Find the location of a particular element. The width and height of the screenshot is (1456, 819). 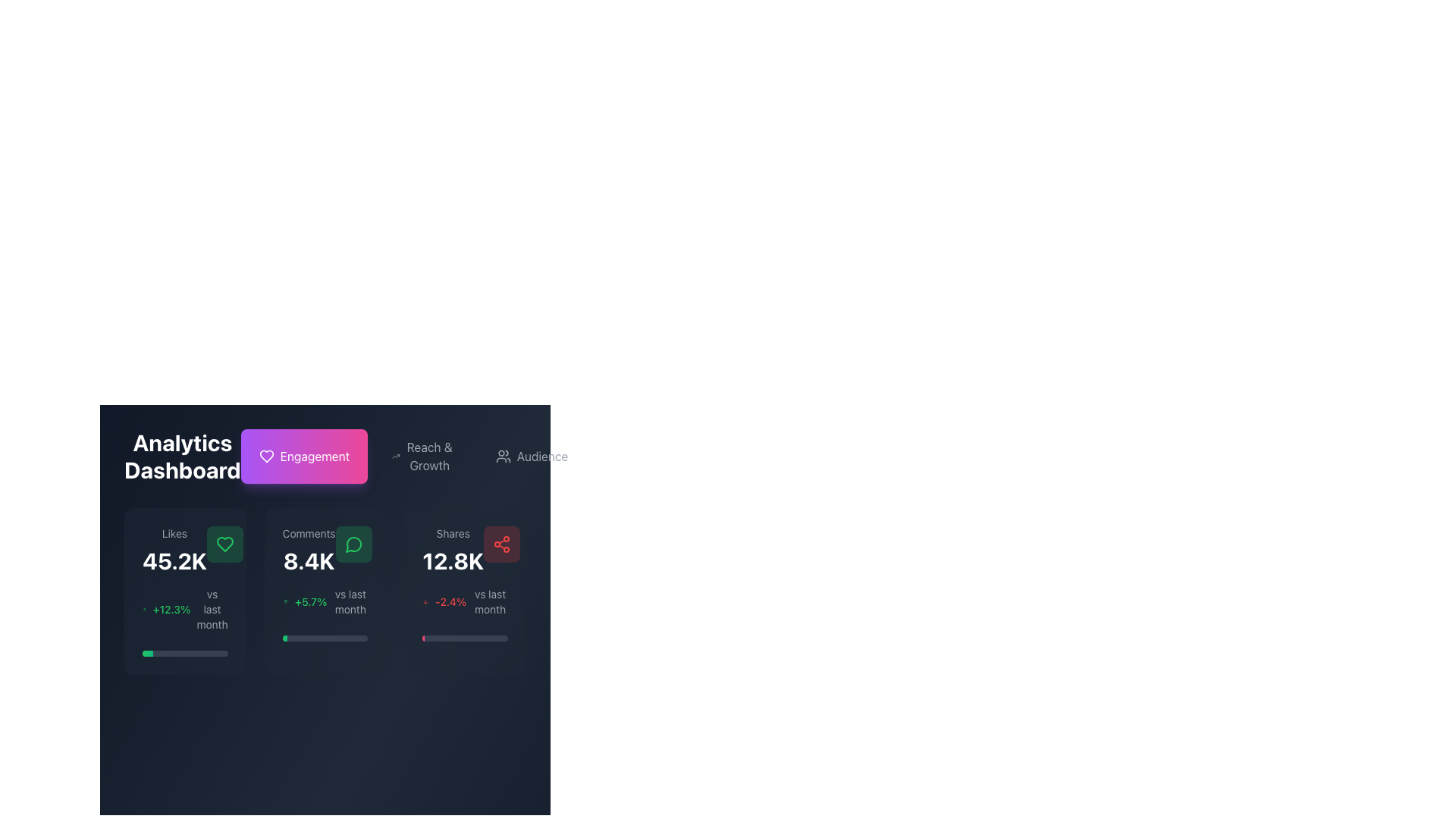

the static text label displaying 'vs last month', which is located below the '+12.3%' text in the Likes section of the Analytics Dashboard is located at coordinates (212, 608).